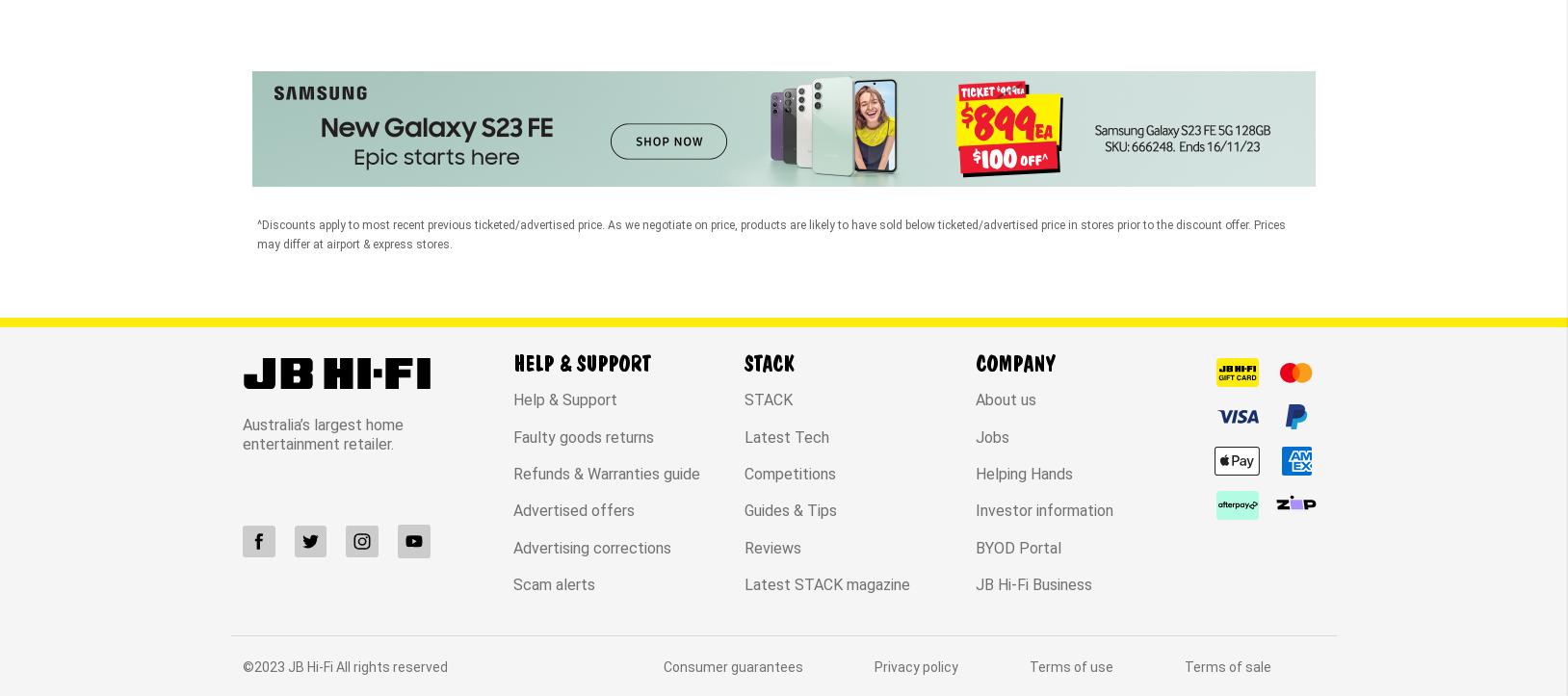 The image size is (1568, 696). Describe the element at coordinates (733, 503) in the screenshot. I see `'Consumer guarantees'` at that location.